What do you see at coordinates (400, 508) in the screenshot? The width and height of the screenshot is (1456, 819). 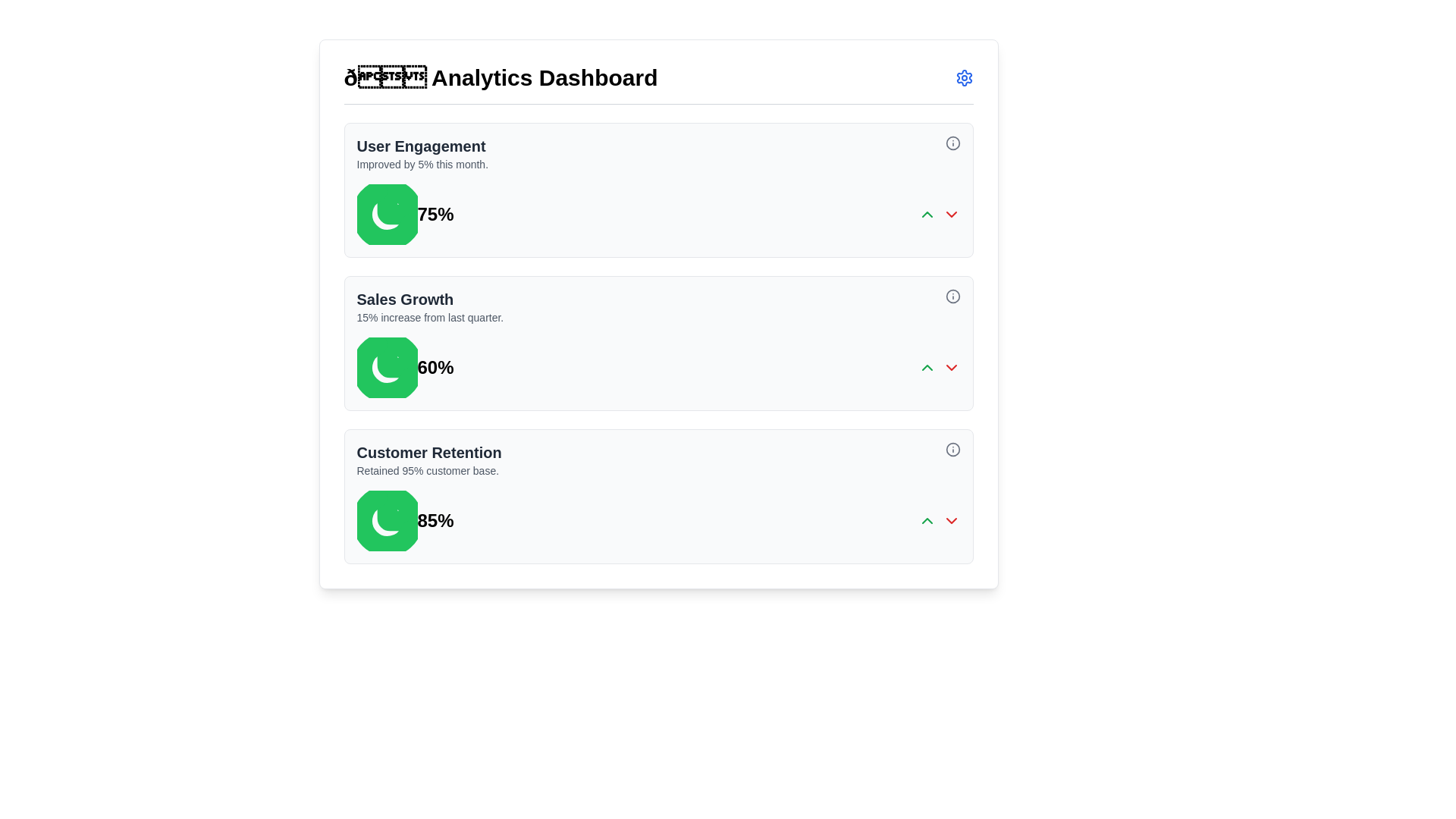 I see `the green pie chart segment representing the 'Customer Retention' metric in the third card on the dashboard` at bounding box center [400, 508].